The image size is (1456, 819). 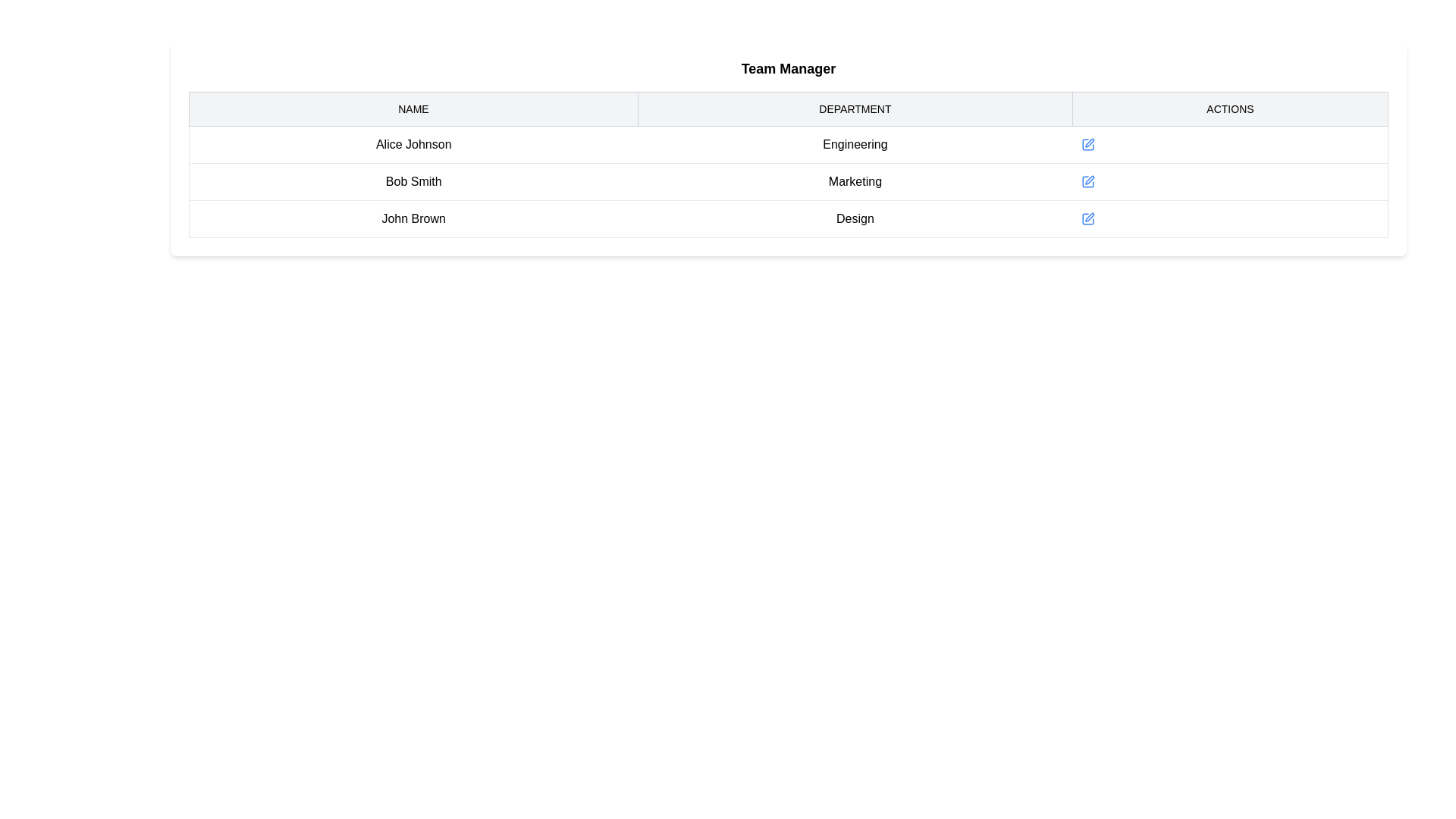 I want to click on the text label identifying the department associated with 'Alice Johnson' located in the second column of the first row of the table under the 'DEPARTMENT' header, so click(x=855, y=145).